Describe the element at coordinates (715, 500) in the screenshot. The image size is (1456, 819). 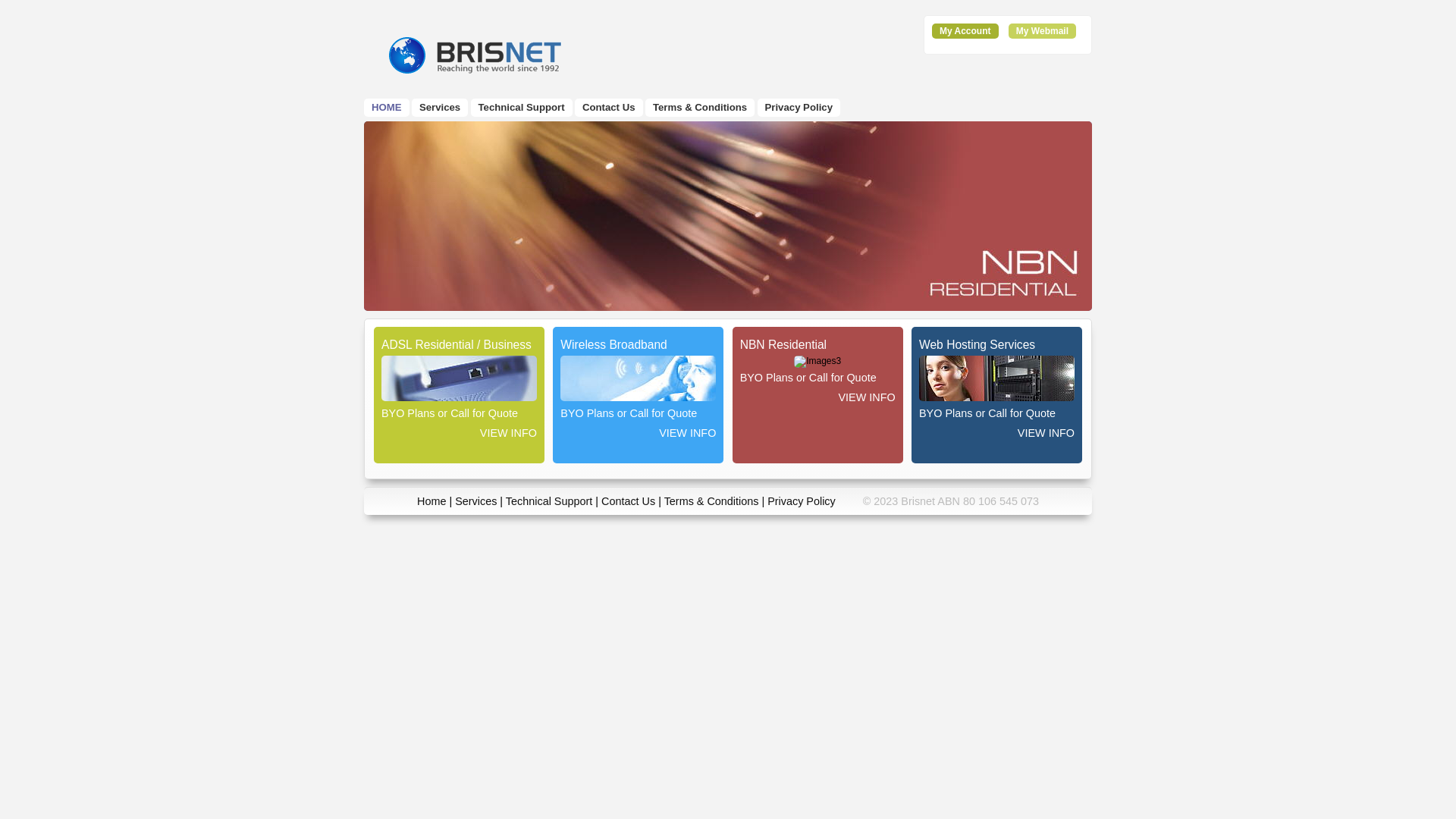
I see `'Terms & Conditions |'` at that location.